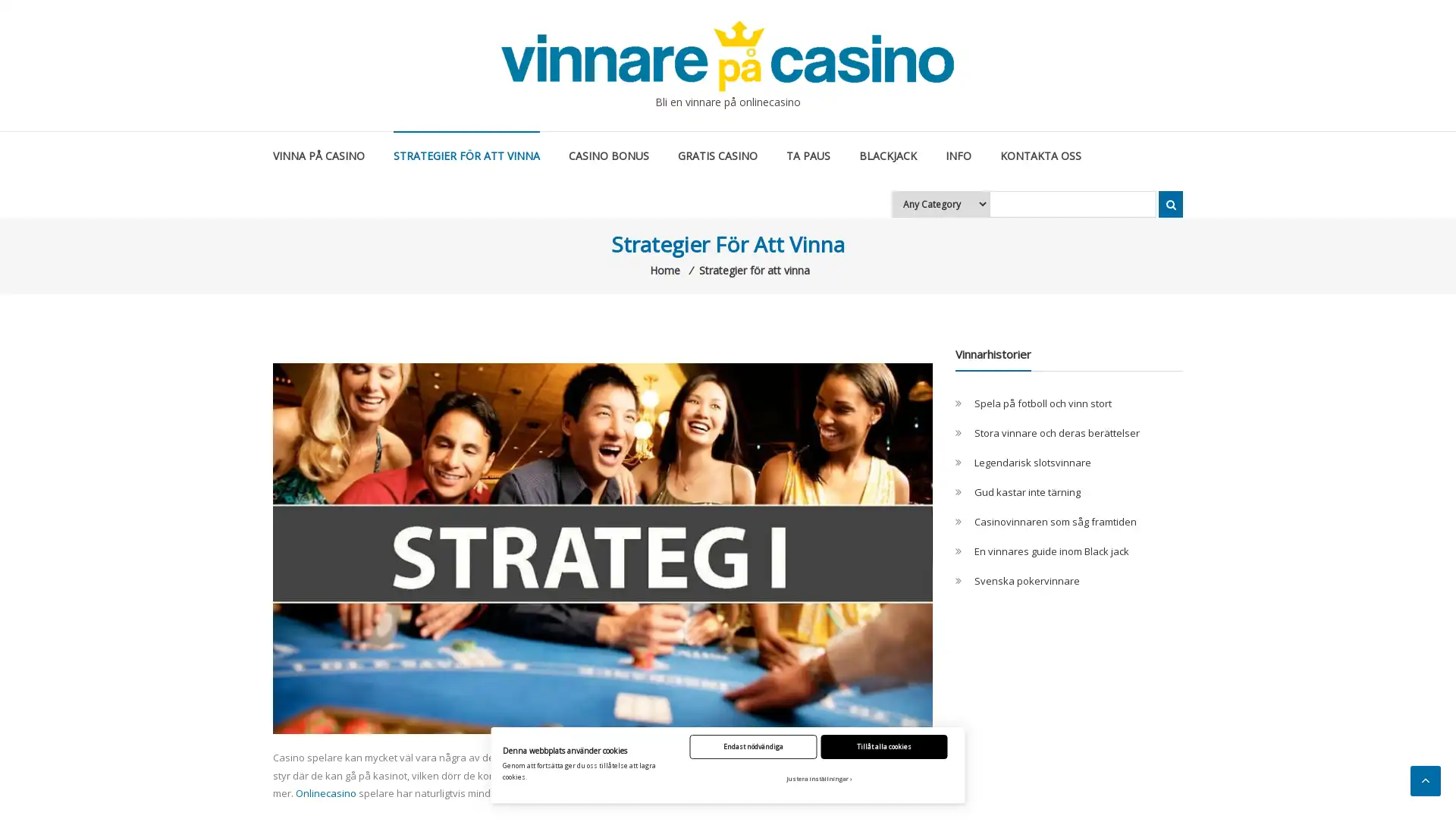 This screenshot has width=1456, height=819. I want to click on Tillat alla cookies, so click(883, 745).